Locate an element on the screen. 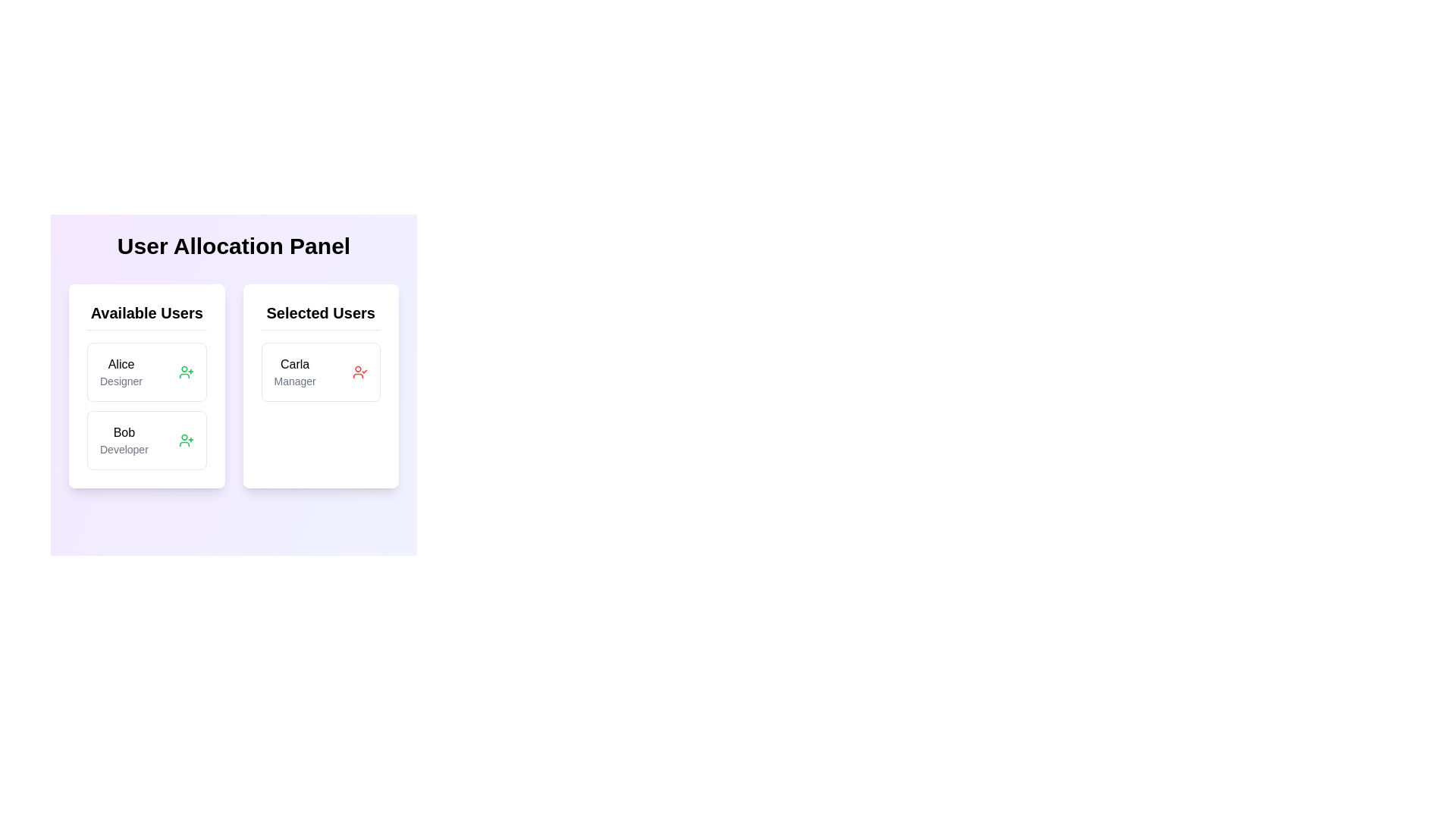  the text display component representing the user 'Bob' who holds the role of 'Developer' is located at coordinates (124, 441).